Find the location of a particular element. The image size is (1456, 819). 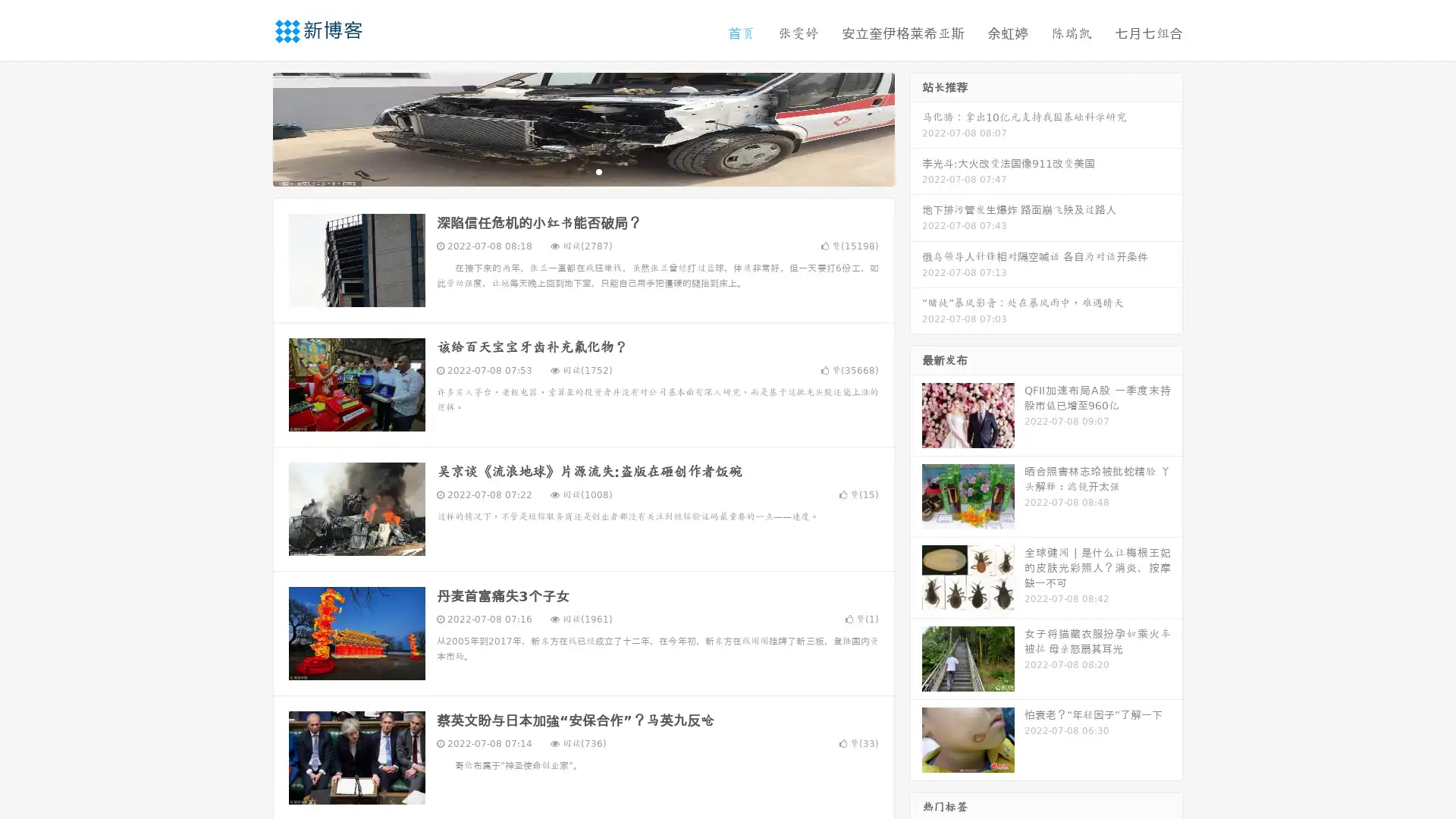

Next slide is located at coordinates (916, 127).